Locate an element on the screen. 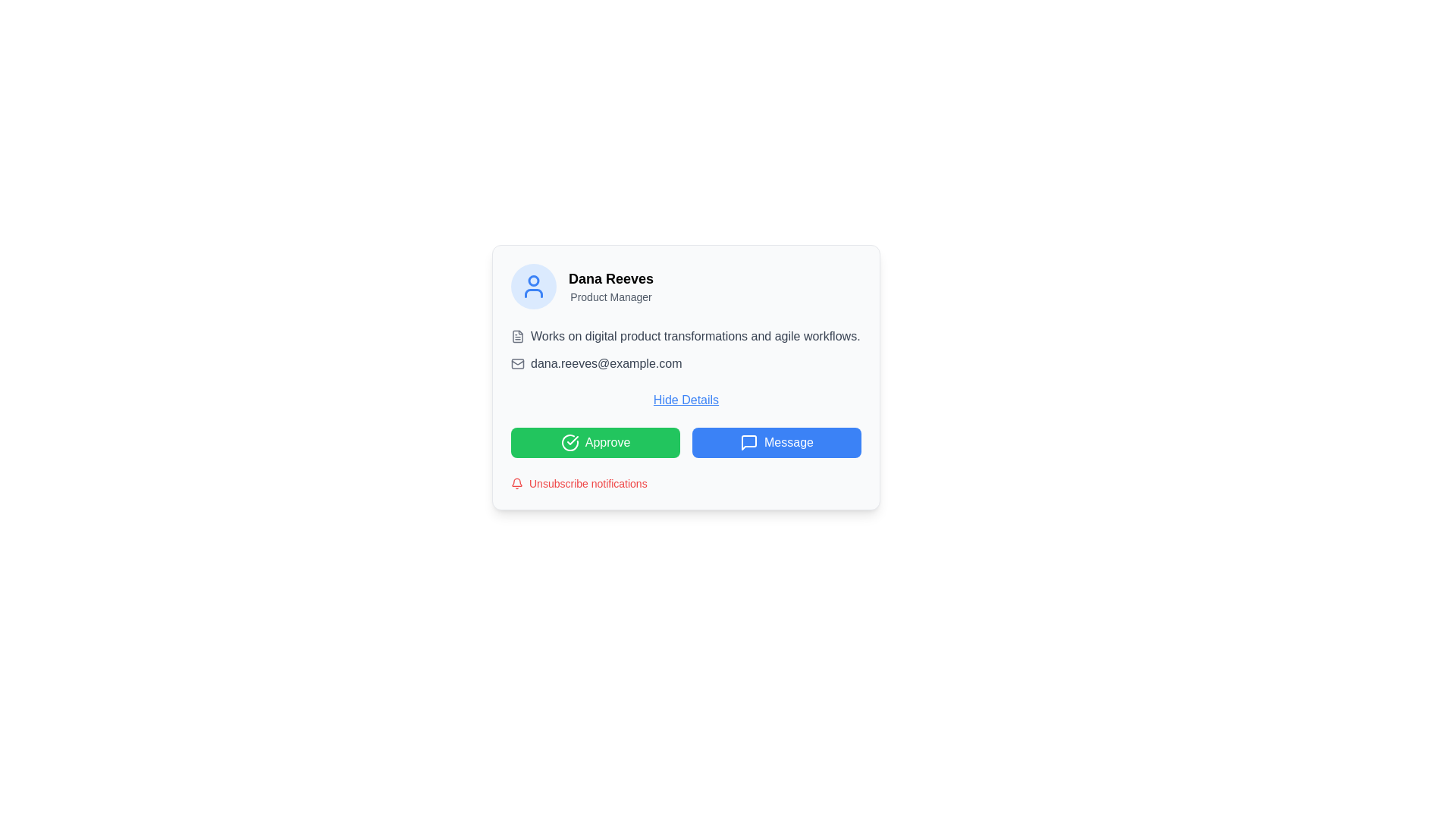 The width and height of the screenshot is (1456, 819). the decorative Message icon located immediately to the left of the Message button at the bottom right of the card component is located at coordinates (749, 442).